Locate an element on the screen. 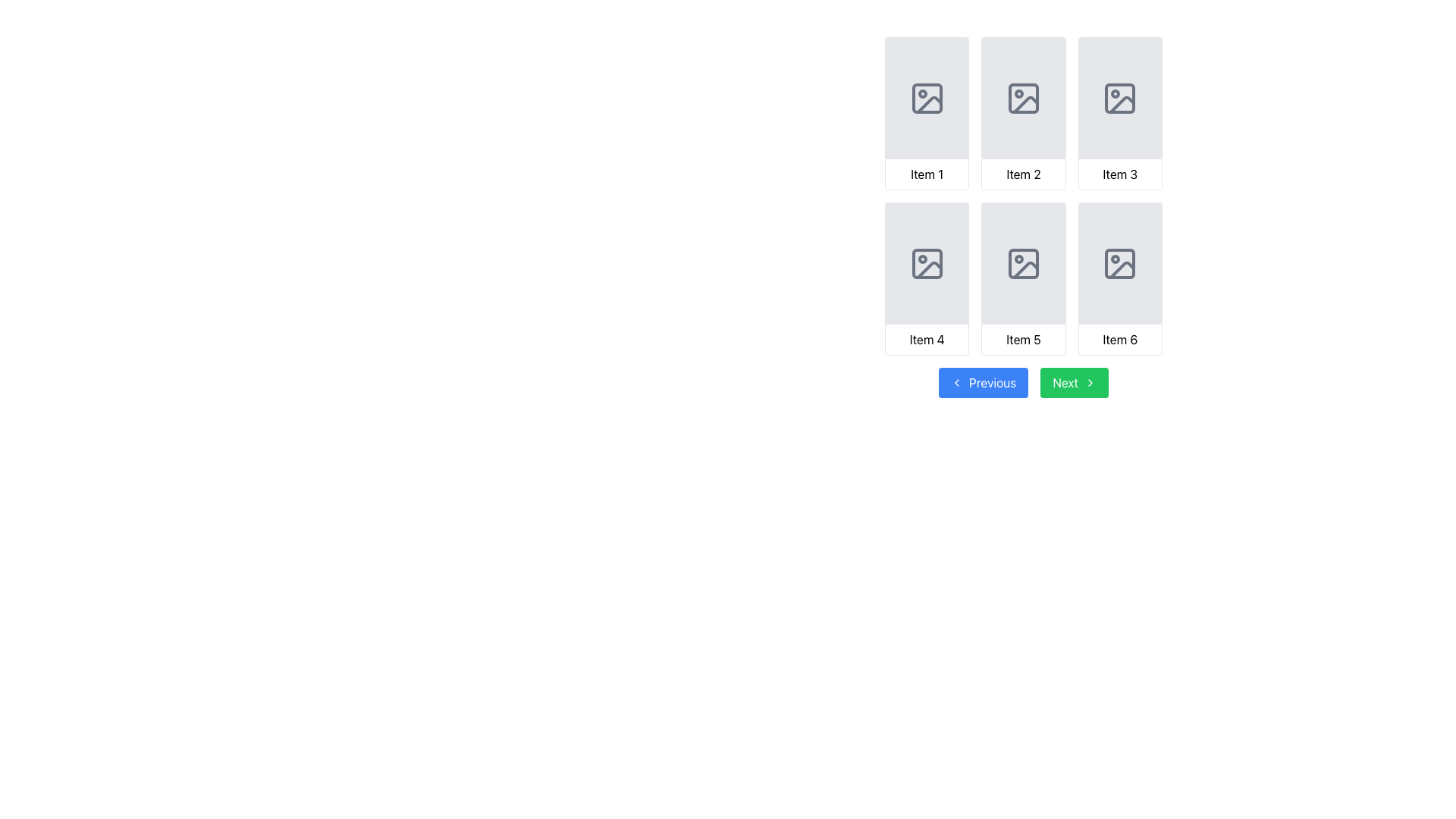 The width and height of the screenshot is (1456, 819). the green rectangular 'Next' button with rounded corners is located at coordinates (1074, 382).